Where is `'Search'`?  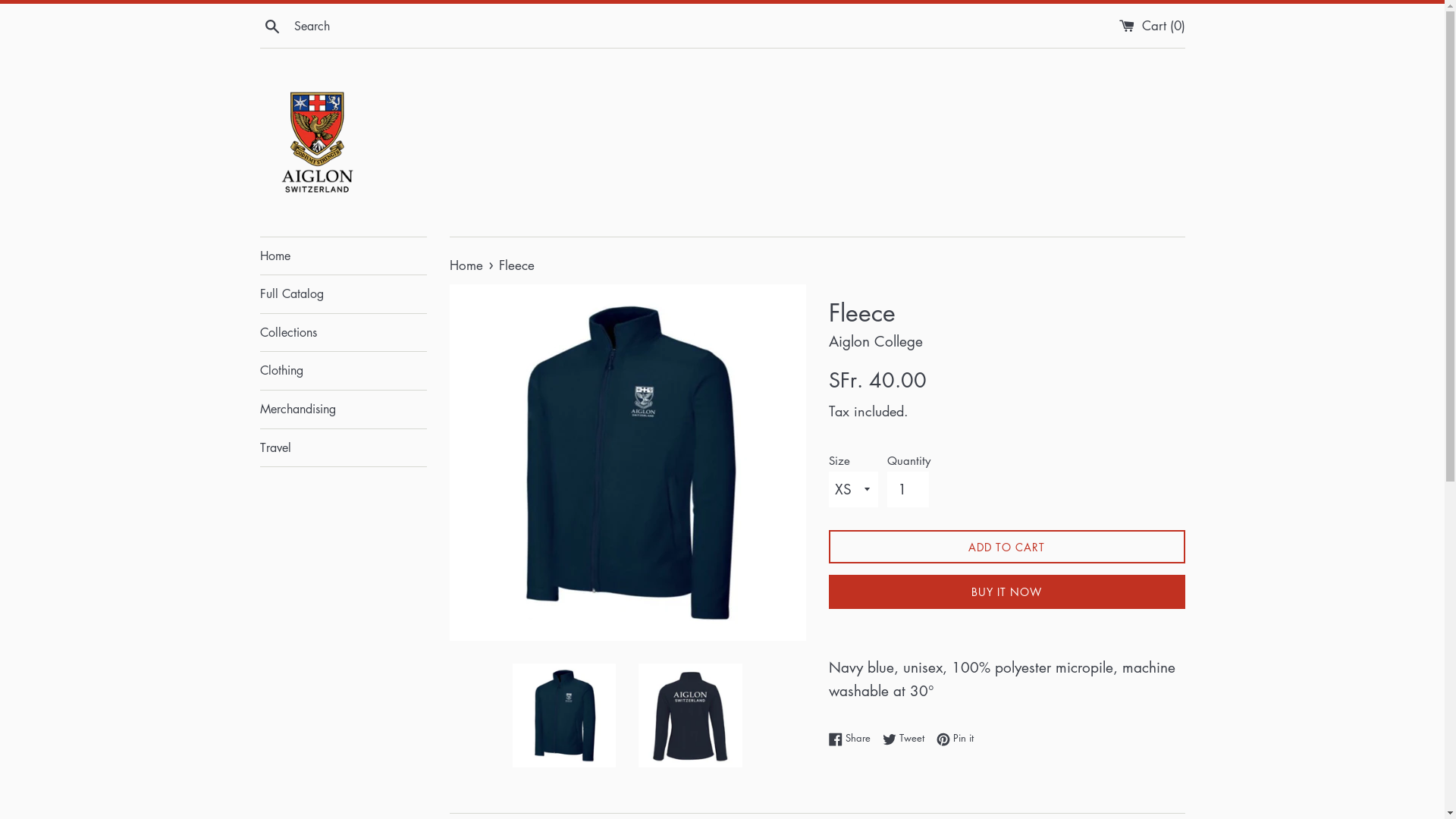 'Search' is located at coordinates (271, 24).